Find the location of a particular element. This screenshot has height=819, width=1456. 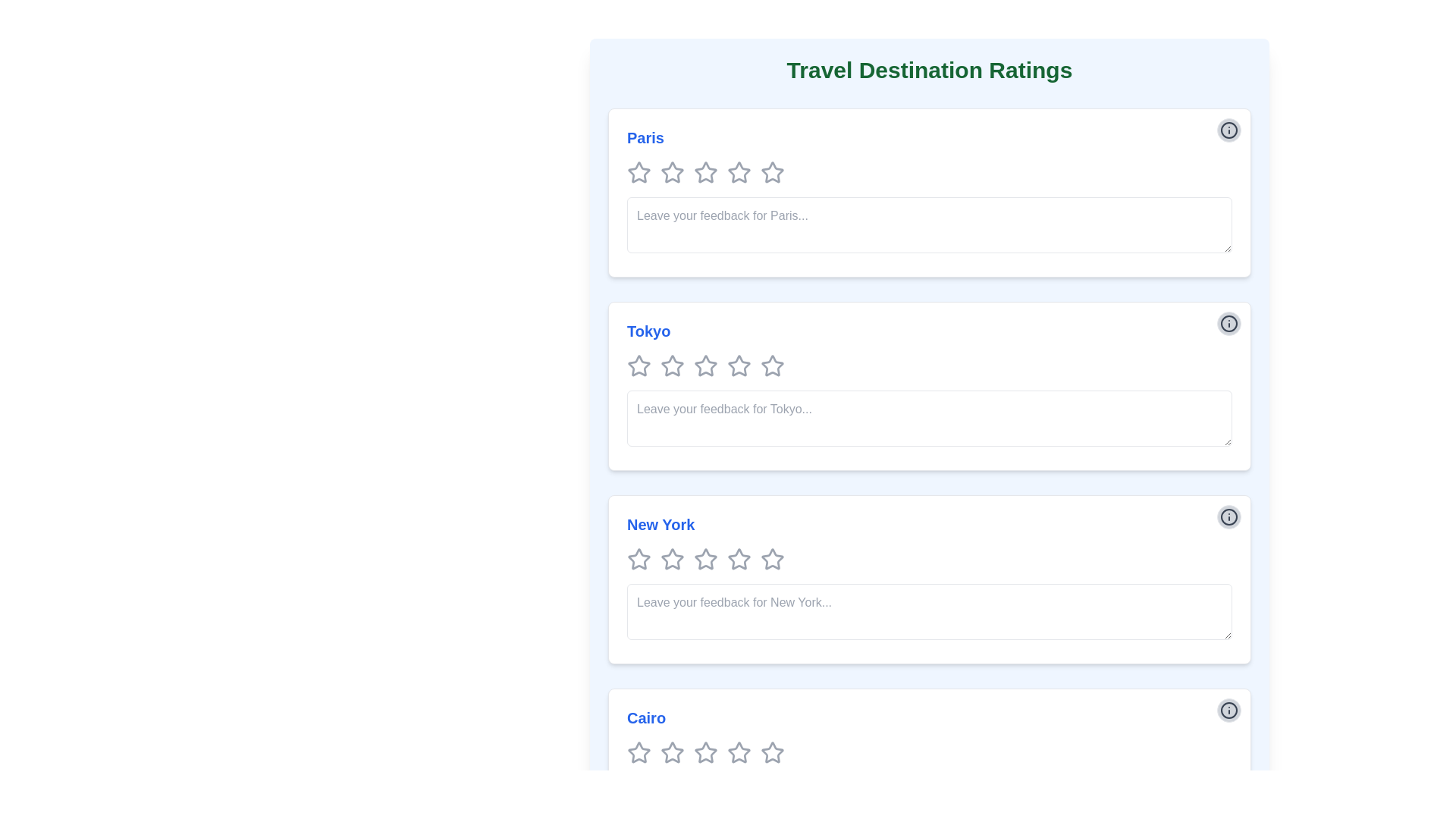

the first star rating icon for 'New York' is located at coordinates (639, 559).